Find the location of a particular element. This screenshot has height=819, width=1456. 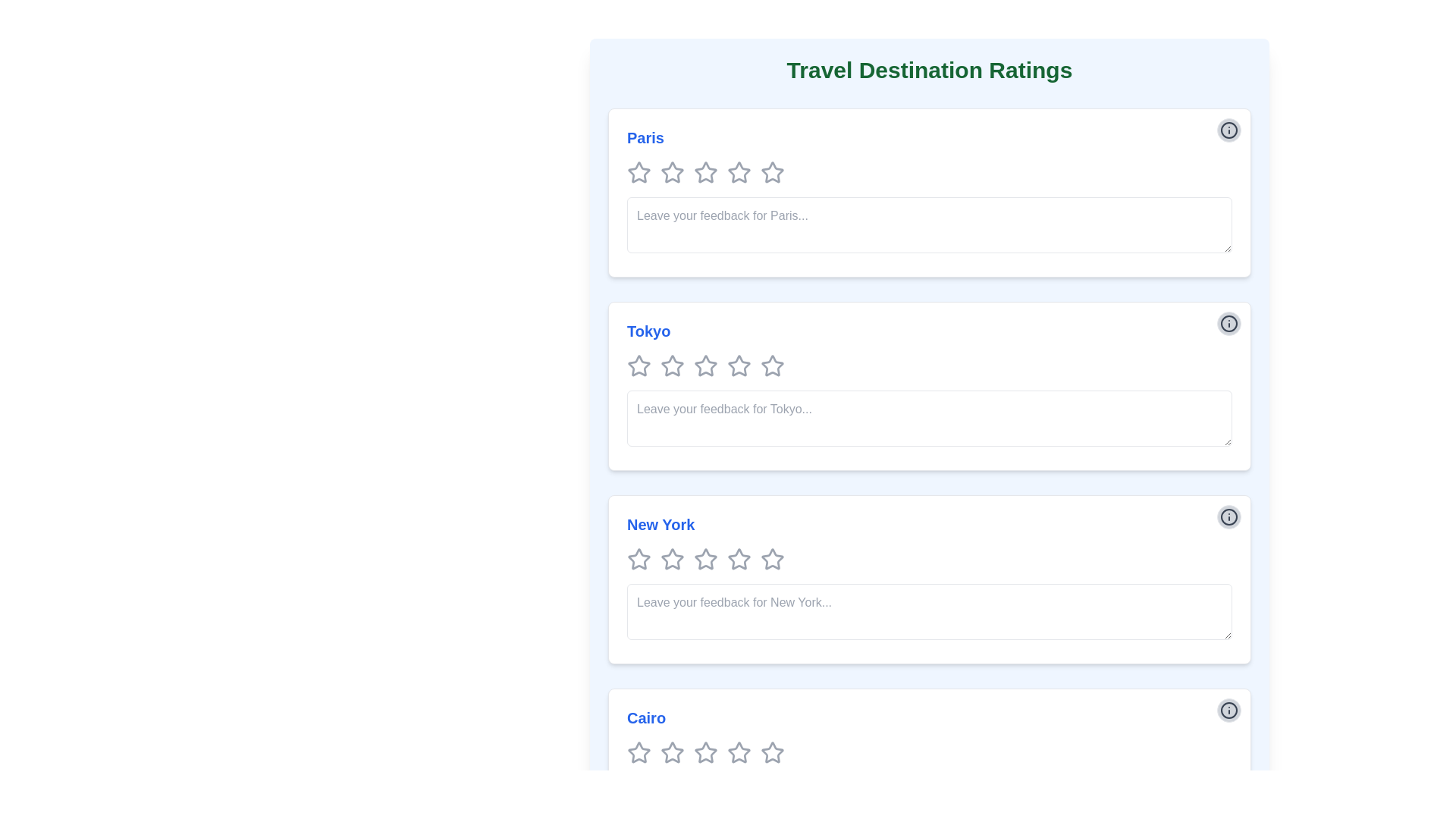

the first star rating icon for 'New York' is located at coordinates (639, 559).